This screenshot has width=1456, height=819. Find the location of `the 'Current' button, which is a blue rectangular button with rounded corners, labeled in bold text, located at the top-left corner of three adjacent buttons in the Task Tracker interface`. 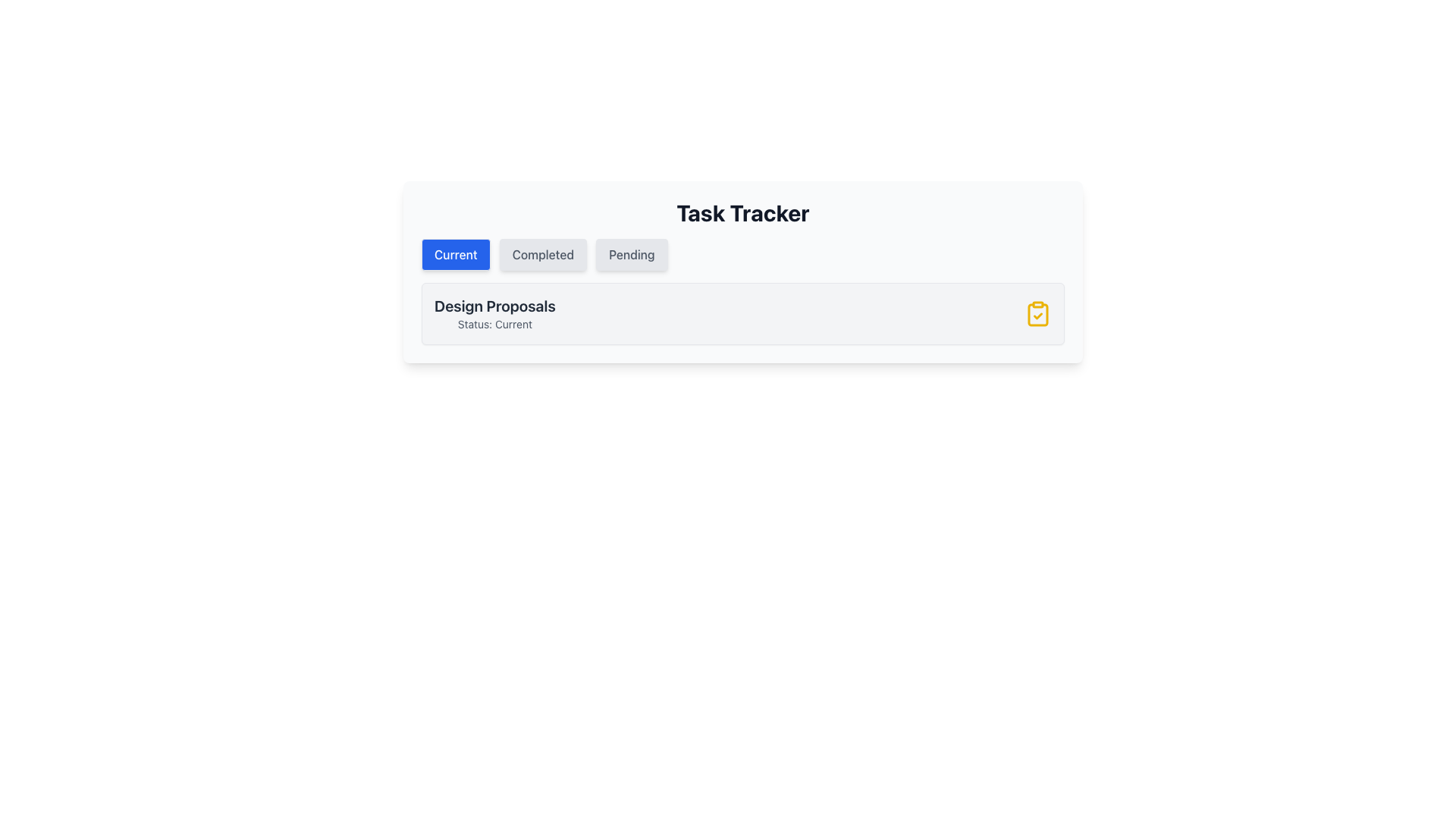

the 'Current' button, which is a blue rectangular button with rounded corners, labeled in bold text, located at the top-left corner of three adjacent buttons in the Task Tracker interface is located at coordinates (454, 253).